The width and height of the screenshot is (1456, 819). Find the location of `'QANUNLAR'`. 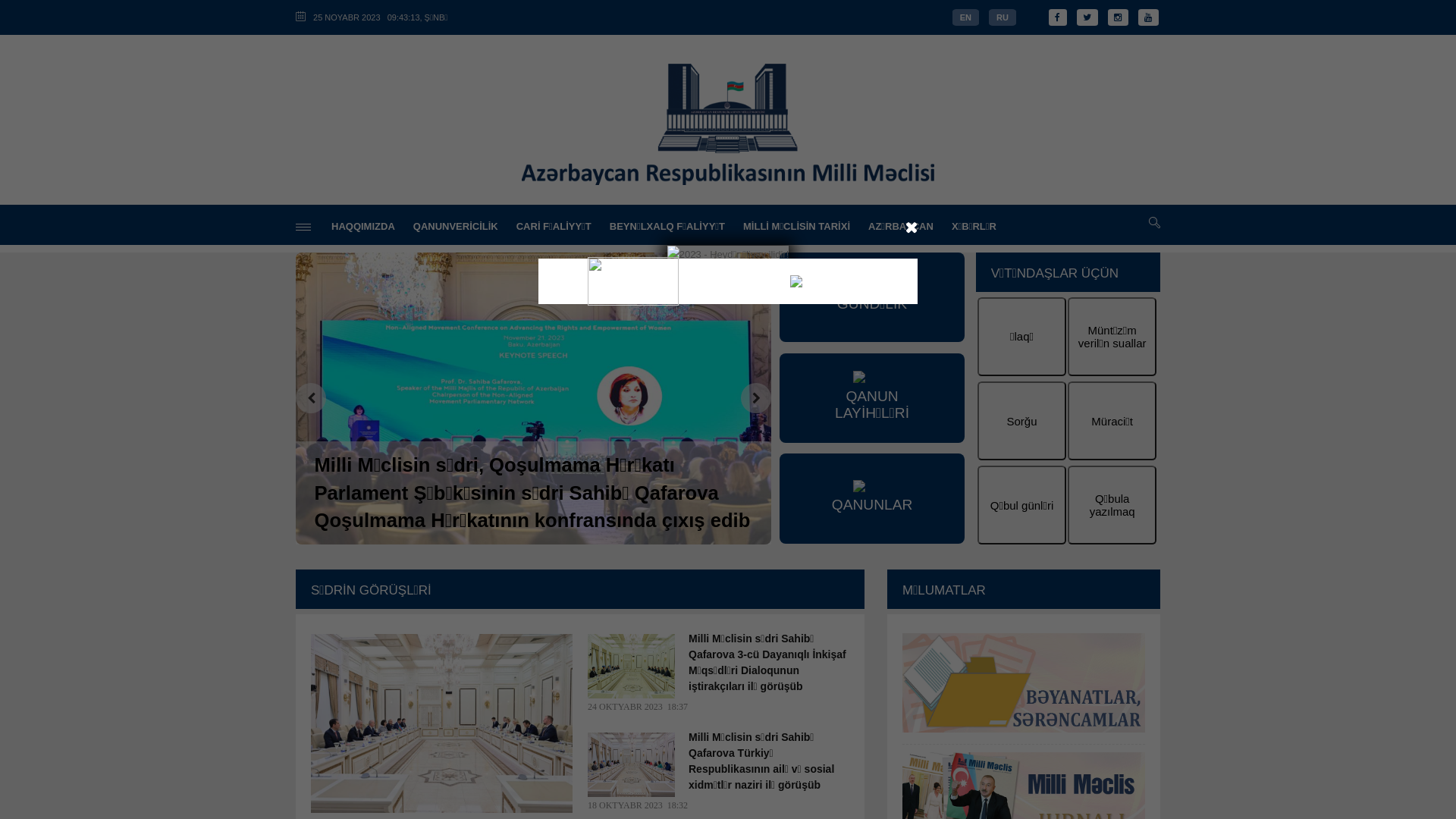

'QANUNLAR' is located at coordinates (871, 497).